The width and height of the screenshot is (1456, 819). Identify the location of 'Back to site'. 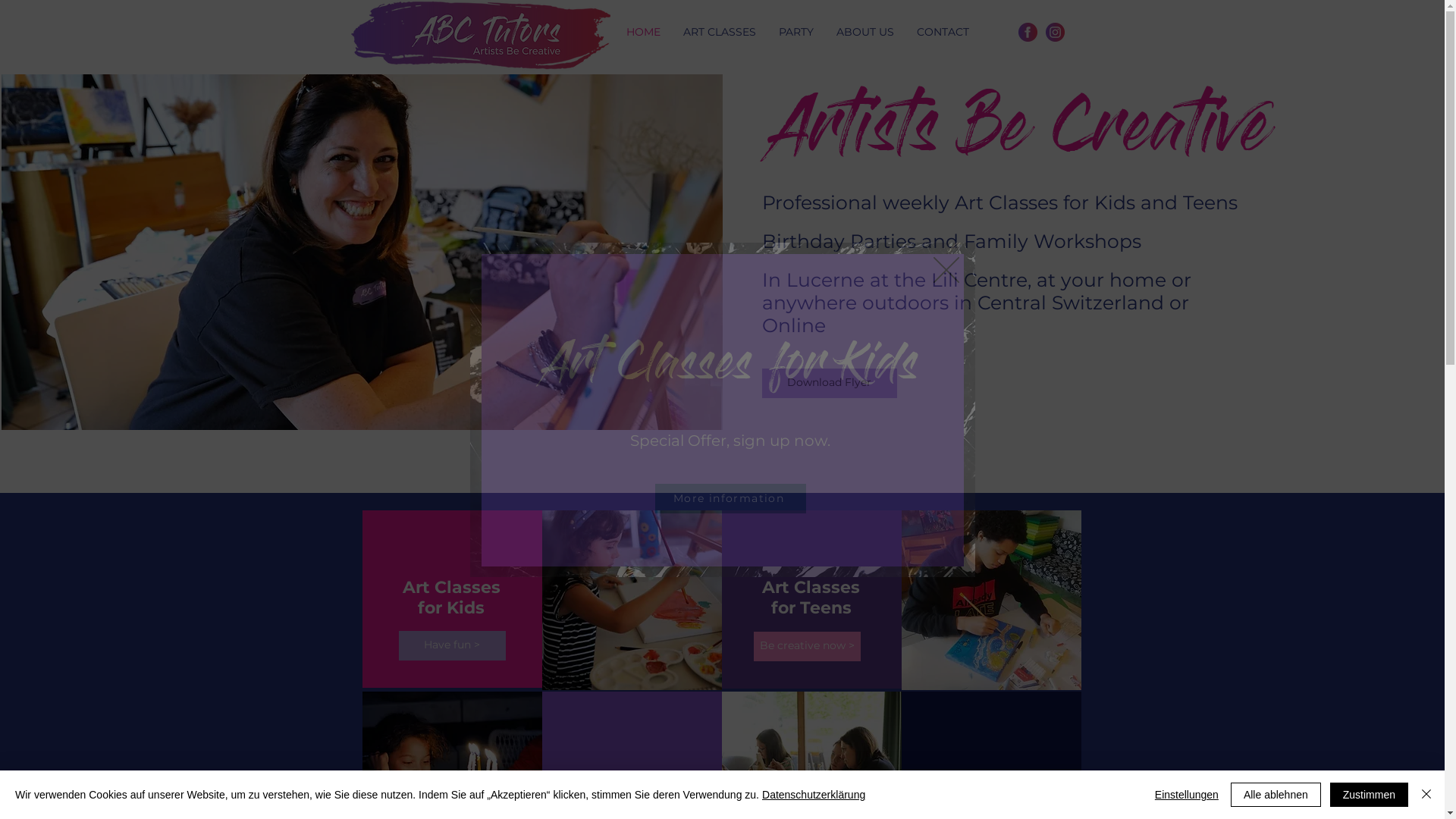
(945, 268).